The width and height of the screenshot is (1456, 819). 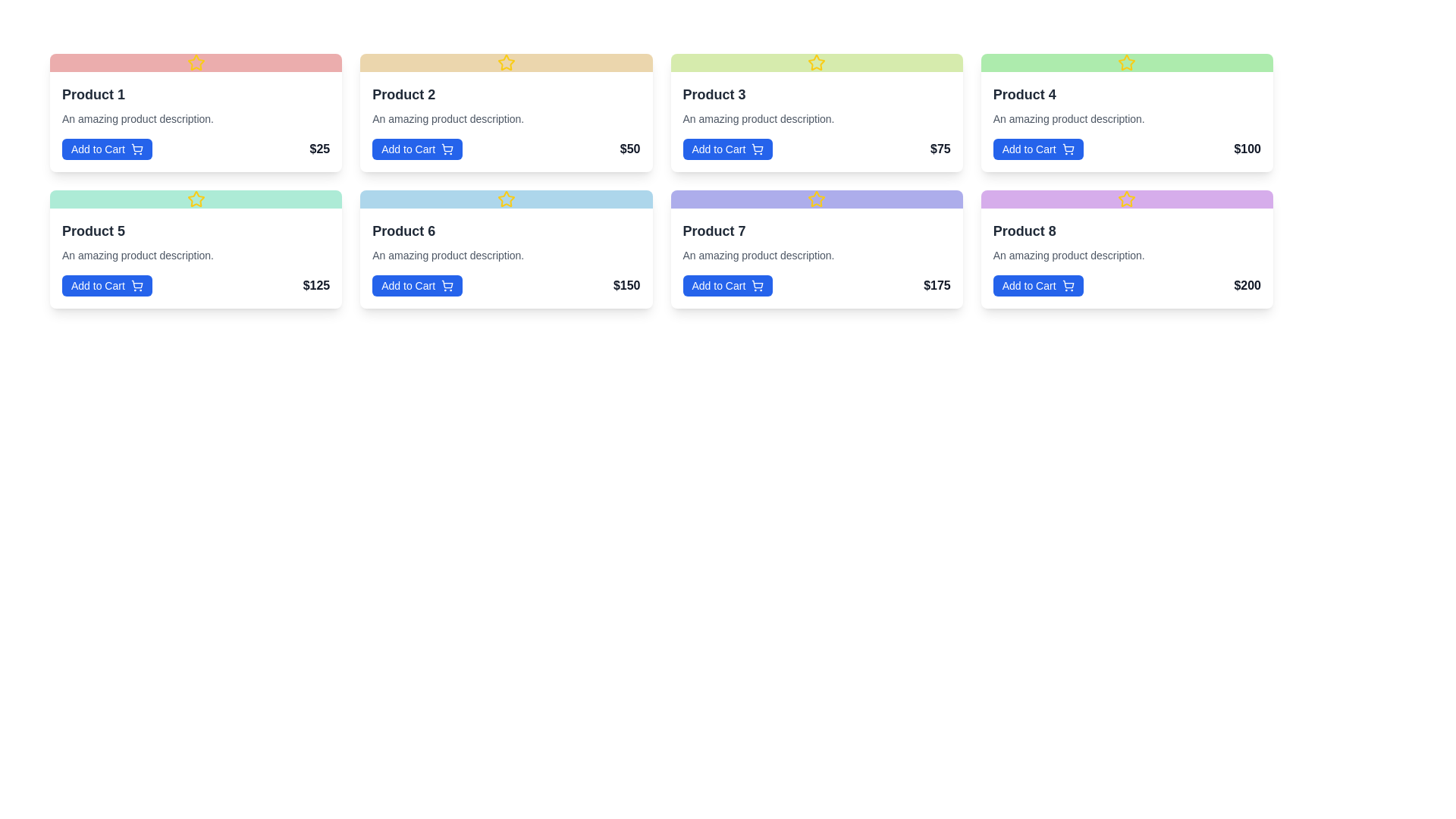 What do you see at coordinates (195, 62) in the screenshot?
I see `the first rating star icon located at the top of the 'Product 1' card, which is distinguished by its pink background` at bounding box center [195, 62].